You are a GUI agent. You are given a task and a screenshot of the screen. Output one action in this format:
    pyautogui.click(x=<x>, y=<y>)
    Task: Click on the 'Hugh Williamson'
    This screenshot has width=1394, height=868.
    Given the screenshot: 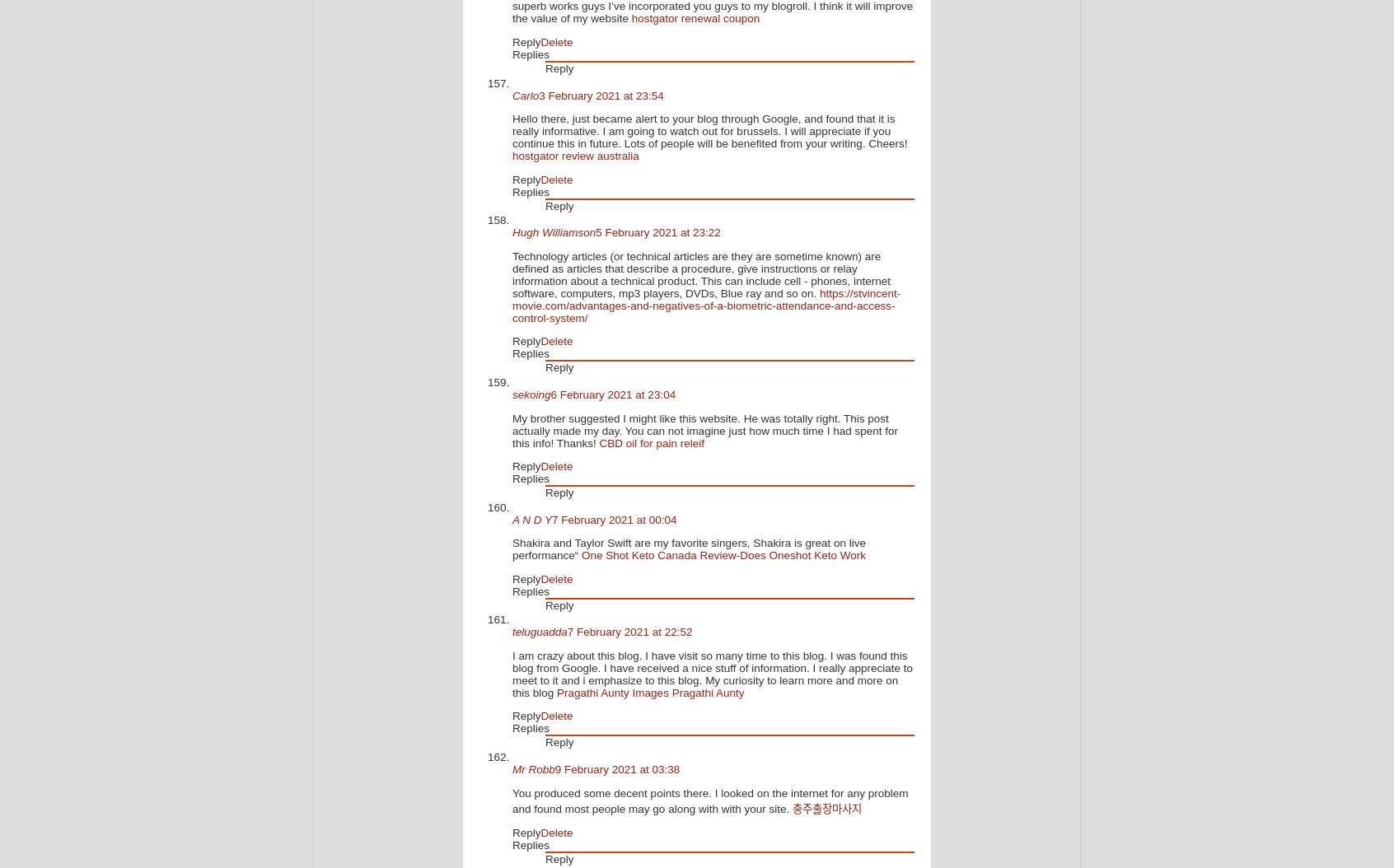 What is the action you would take?
    pyautogui.click(x=554, y=231)
    